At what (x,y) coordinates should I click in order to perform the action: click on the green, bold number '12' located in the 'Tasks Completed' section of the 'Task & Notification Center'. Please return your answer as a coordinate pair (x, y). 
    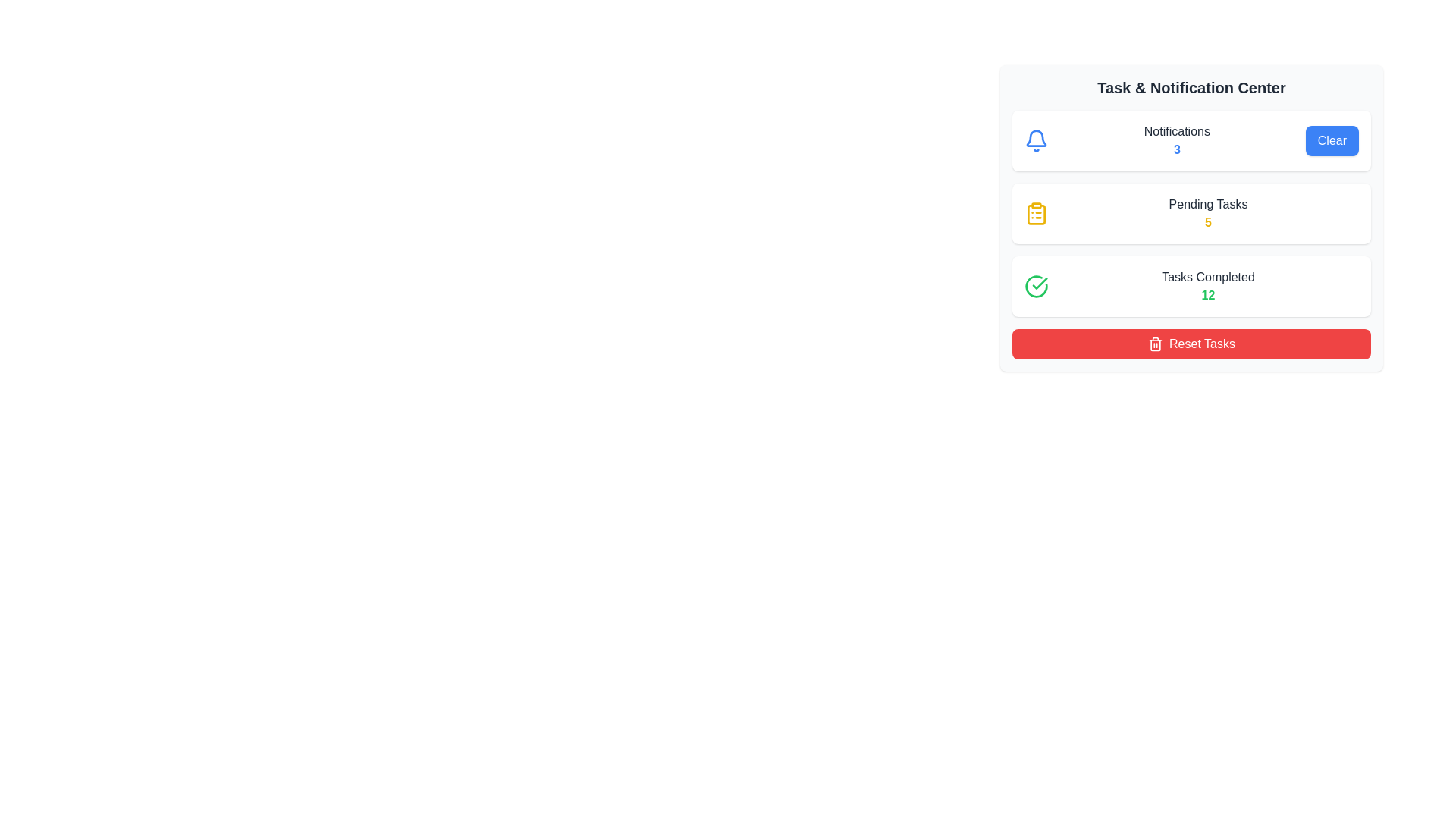
    Looking at the image, I should click on (1207, 295).